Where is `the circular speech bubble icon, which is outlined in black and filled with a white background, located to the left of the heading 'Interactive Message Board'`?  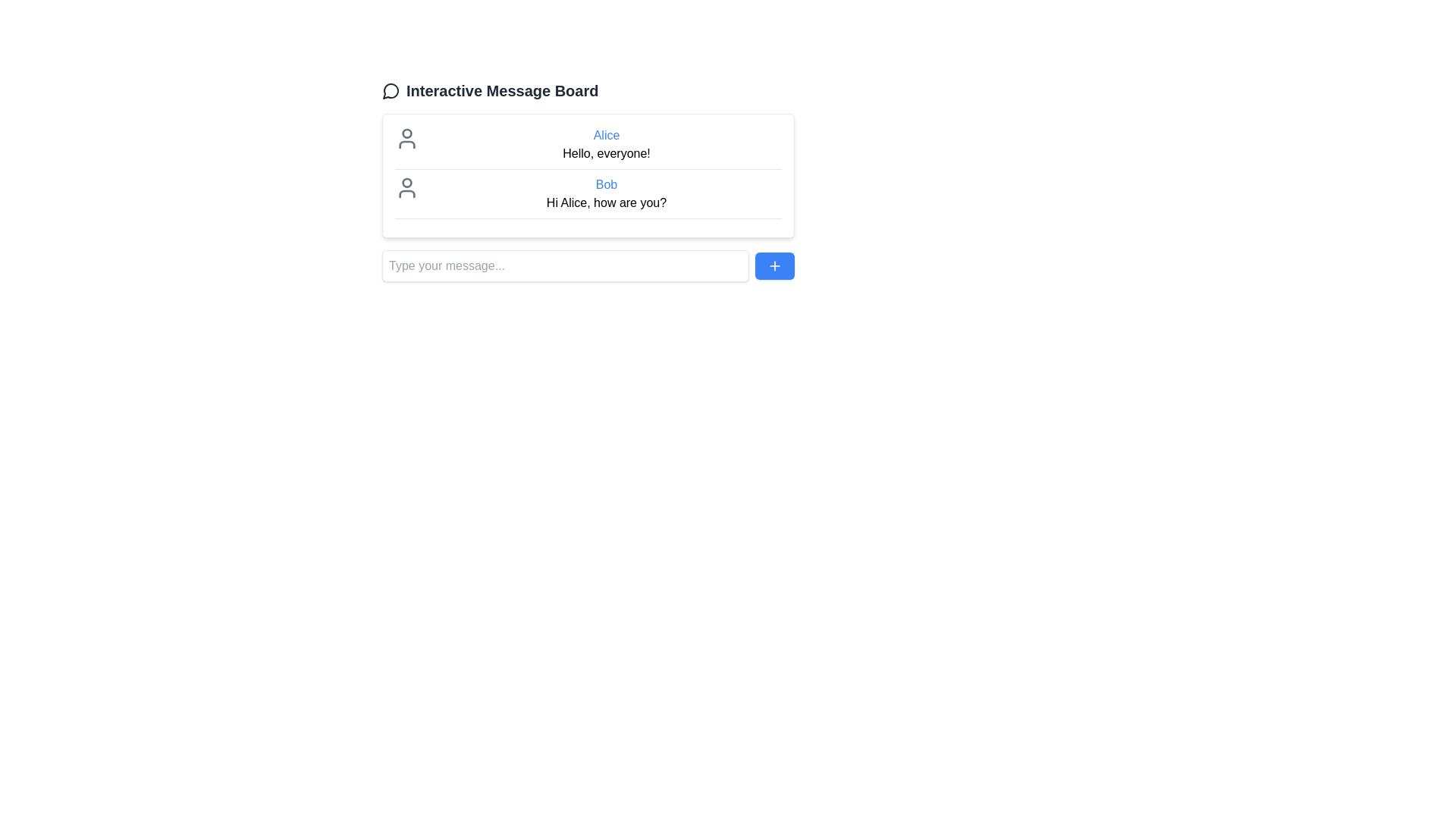 the circular speech bubble icon, which is outlined in black and filled with a white background, located to the left of the heading 'Interactive Message Board' is located at coordinates (391, 90).